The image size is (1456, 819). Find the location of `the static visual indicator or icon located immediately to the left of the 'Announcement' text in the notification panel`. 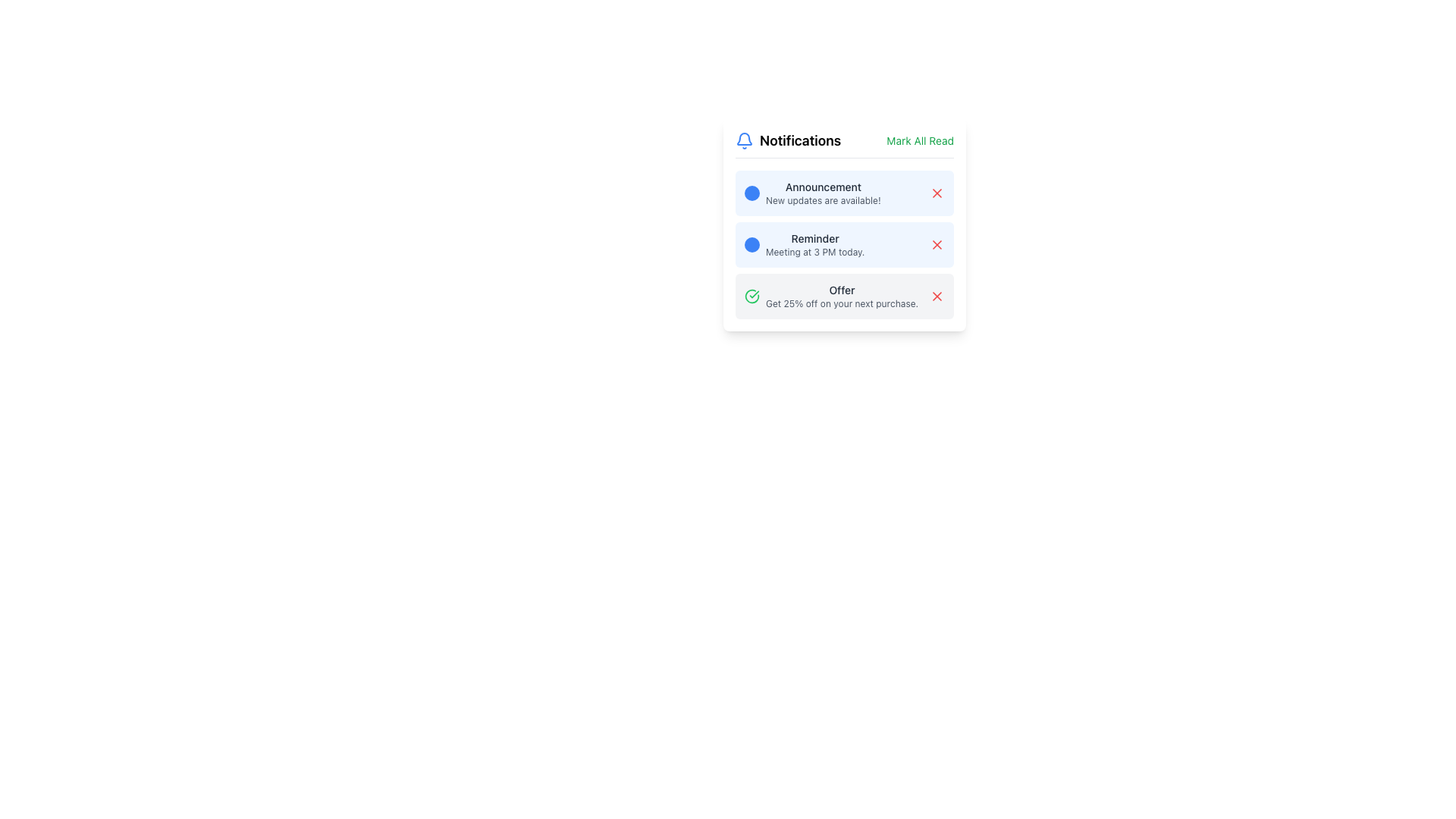

the static visual indicator or icon located immediately to the left of the 'Announcement' text in the notification panel is located at coordinates (752, 192).